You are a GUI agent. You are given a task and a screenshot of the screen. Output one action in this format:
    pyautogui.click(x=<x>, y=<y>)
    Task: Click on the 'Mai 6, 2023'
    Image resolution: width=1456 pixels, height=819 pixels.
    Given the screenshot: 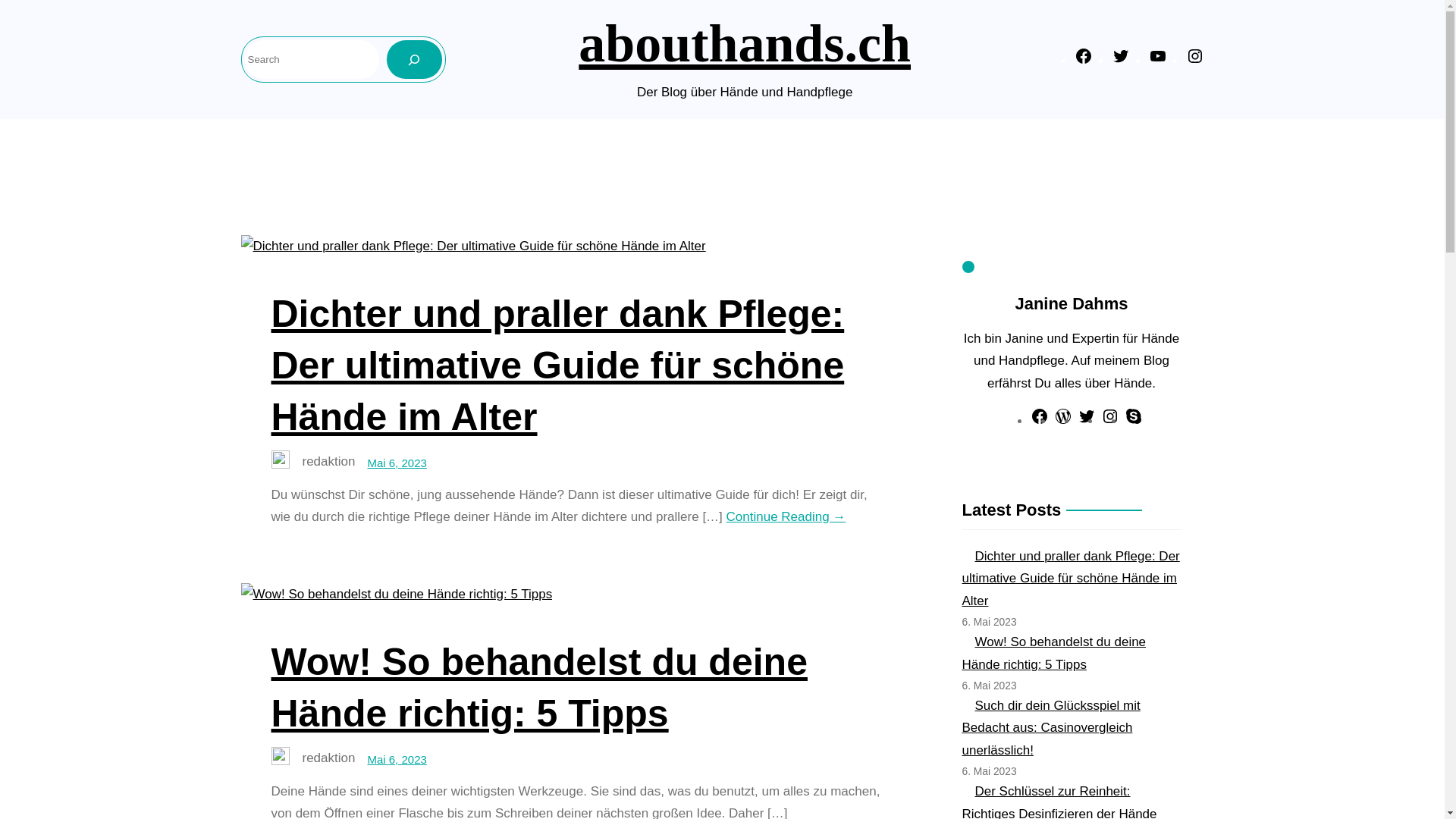 What is the action you would take?
    pyautogui.click(x=397, y=462)
    